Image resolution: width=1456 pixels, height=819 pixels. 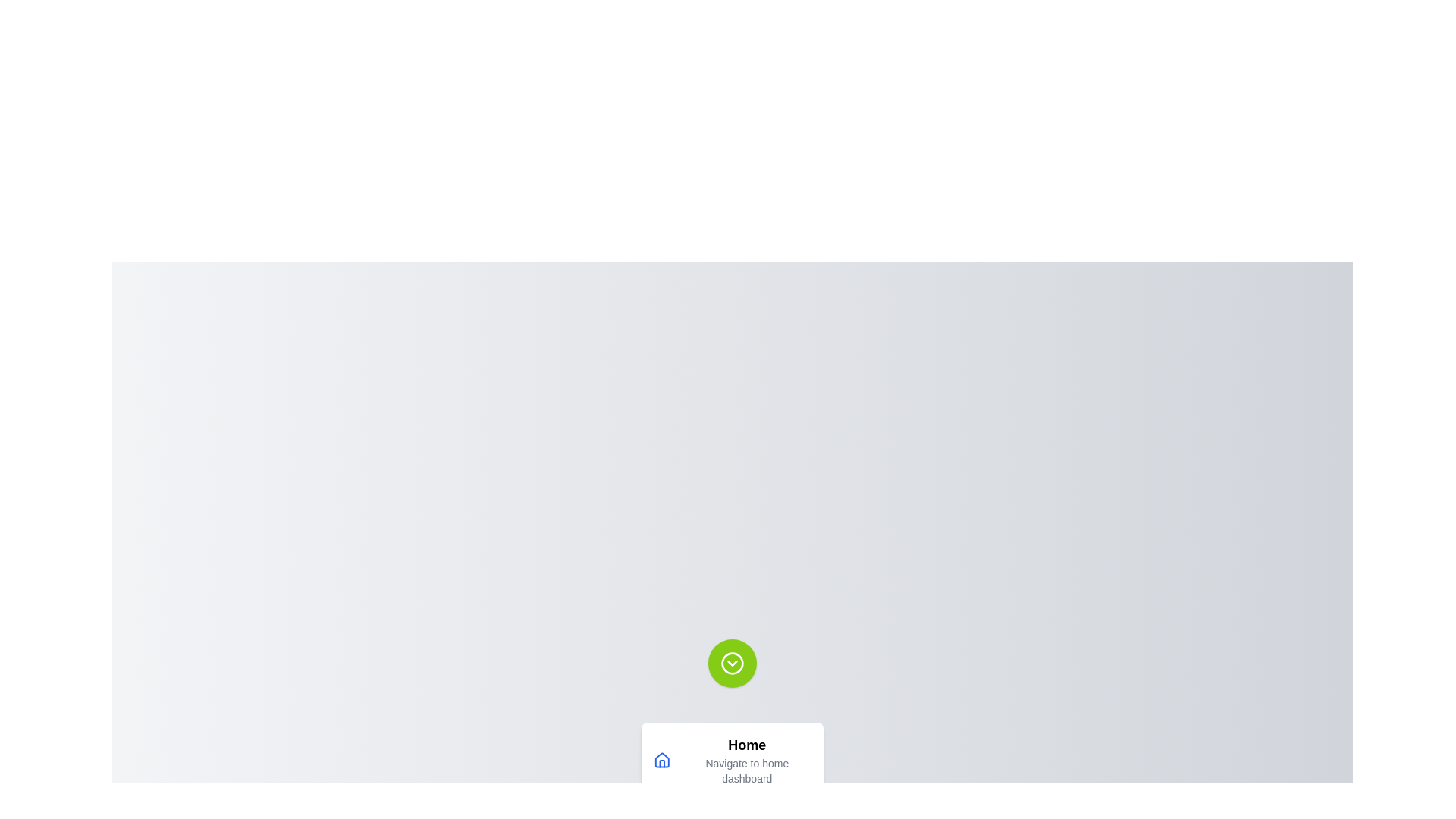 What do you see at coordinates (732, 663) in the screenshot?
I see `the menu button to trigger the hover animation effect` at bounding box center [732, 663].